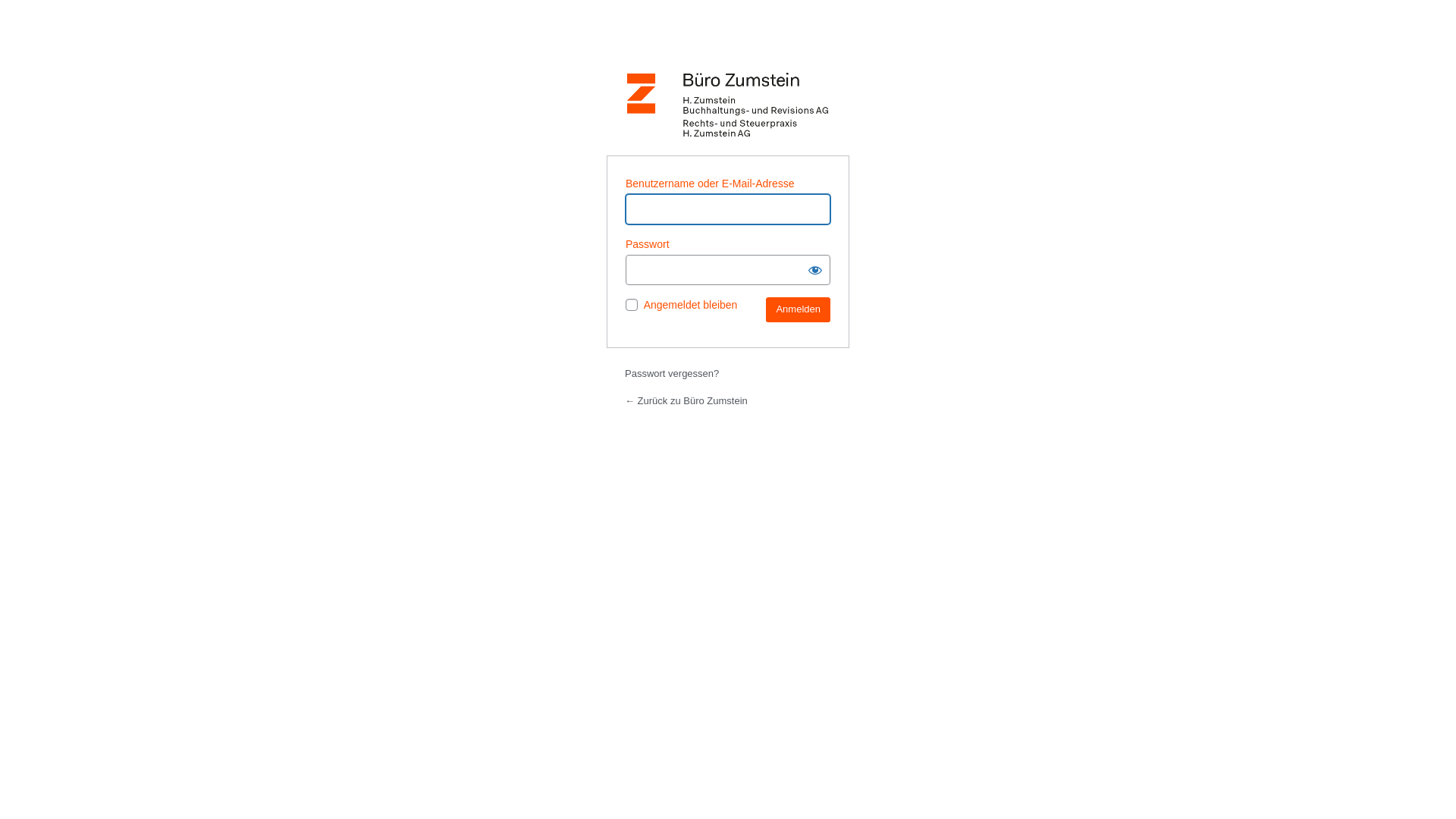  I want to click on 'Passwort vergessen?', so click(625, 373).